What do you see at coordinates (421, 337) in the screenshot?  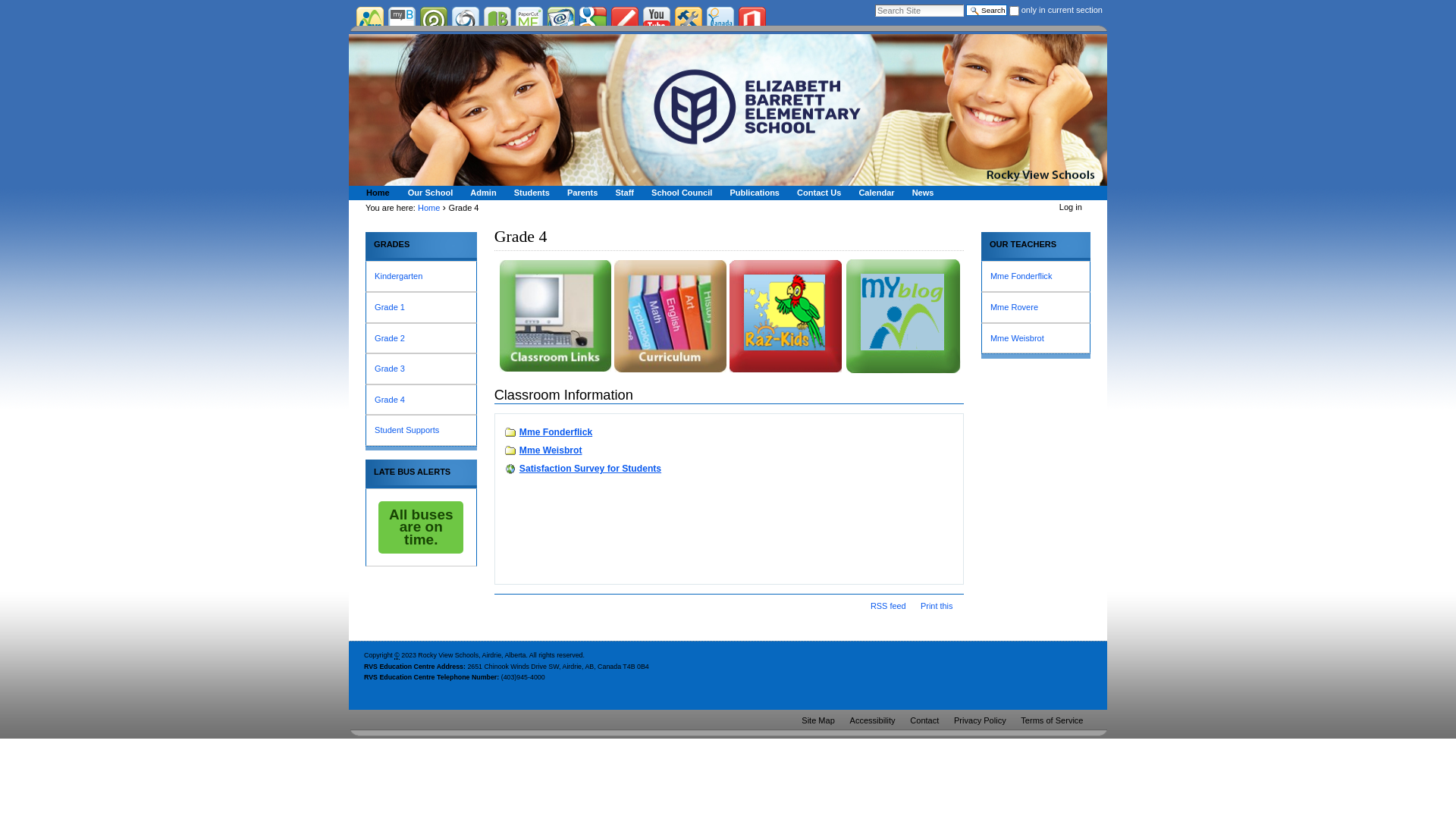 I see `'Grade 2'` at bounding box center [421, 337].